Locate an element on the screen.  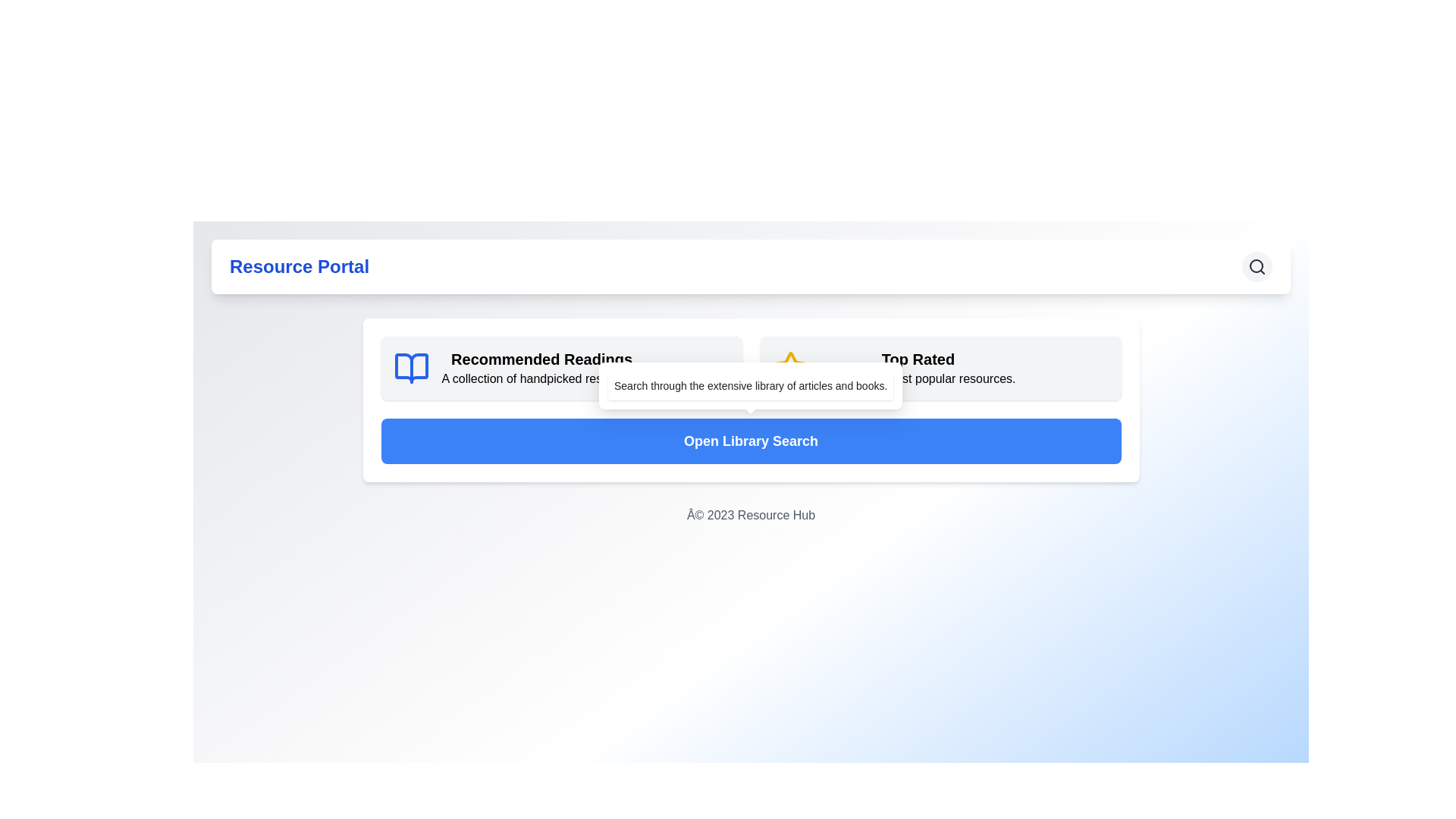
the Text label displaying 'Explore the most popular resources.' located beneath the 'Top Rated' title within a card-like section on the right of the main content area is located at coordinates (917, 378).